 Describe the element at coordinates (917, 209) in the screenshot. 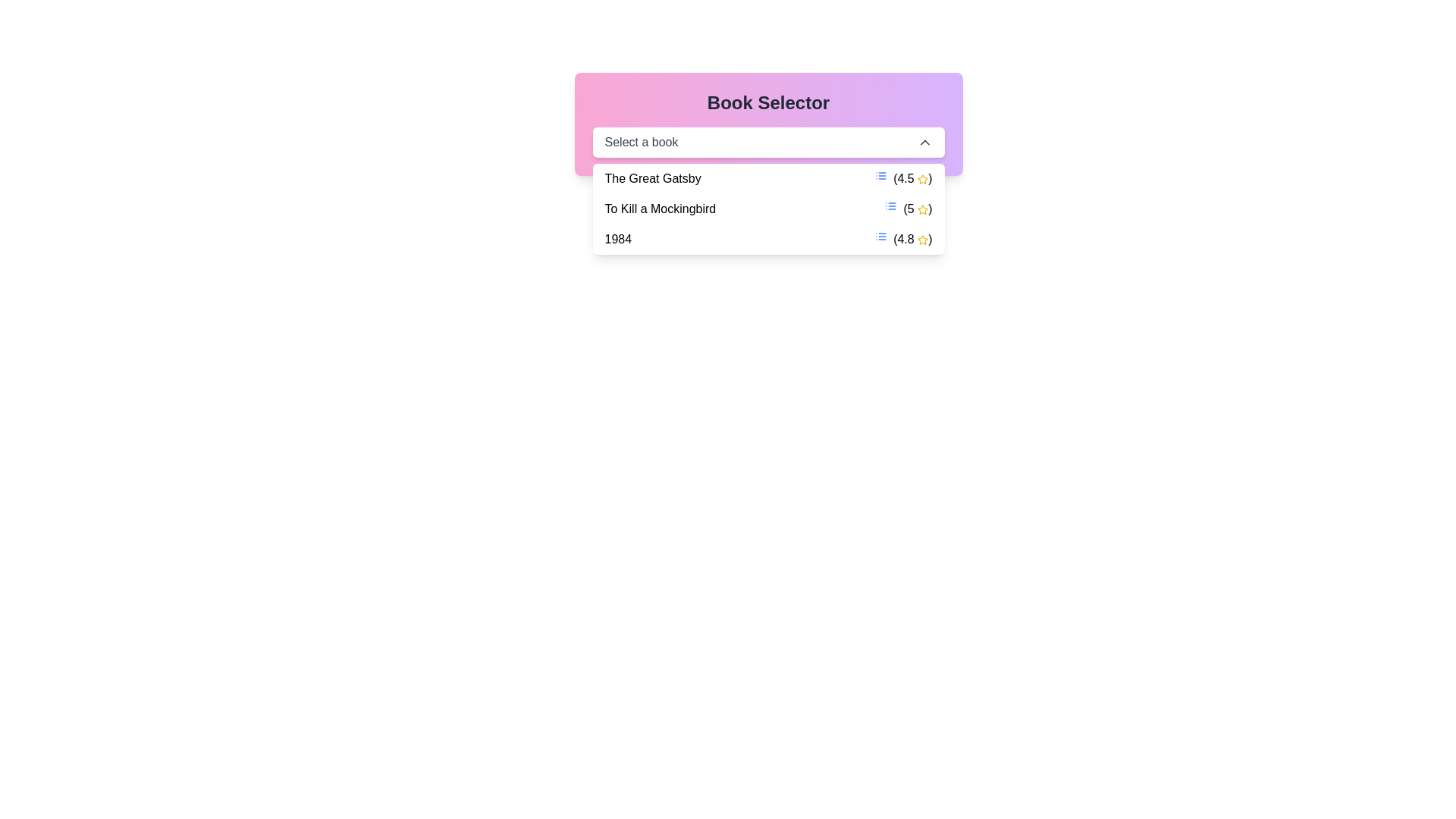

I see `the rating count text for 'To Kill a Mockingbird'` at that location.